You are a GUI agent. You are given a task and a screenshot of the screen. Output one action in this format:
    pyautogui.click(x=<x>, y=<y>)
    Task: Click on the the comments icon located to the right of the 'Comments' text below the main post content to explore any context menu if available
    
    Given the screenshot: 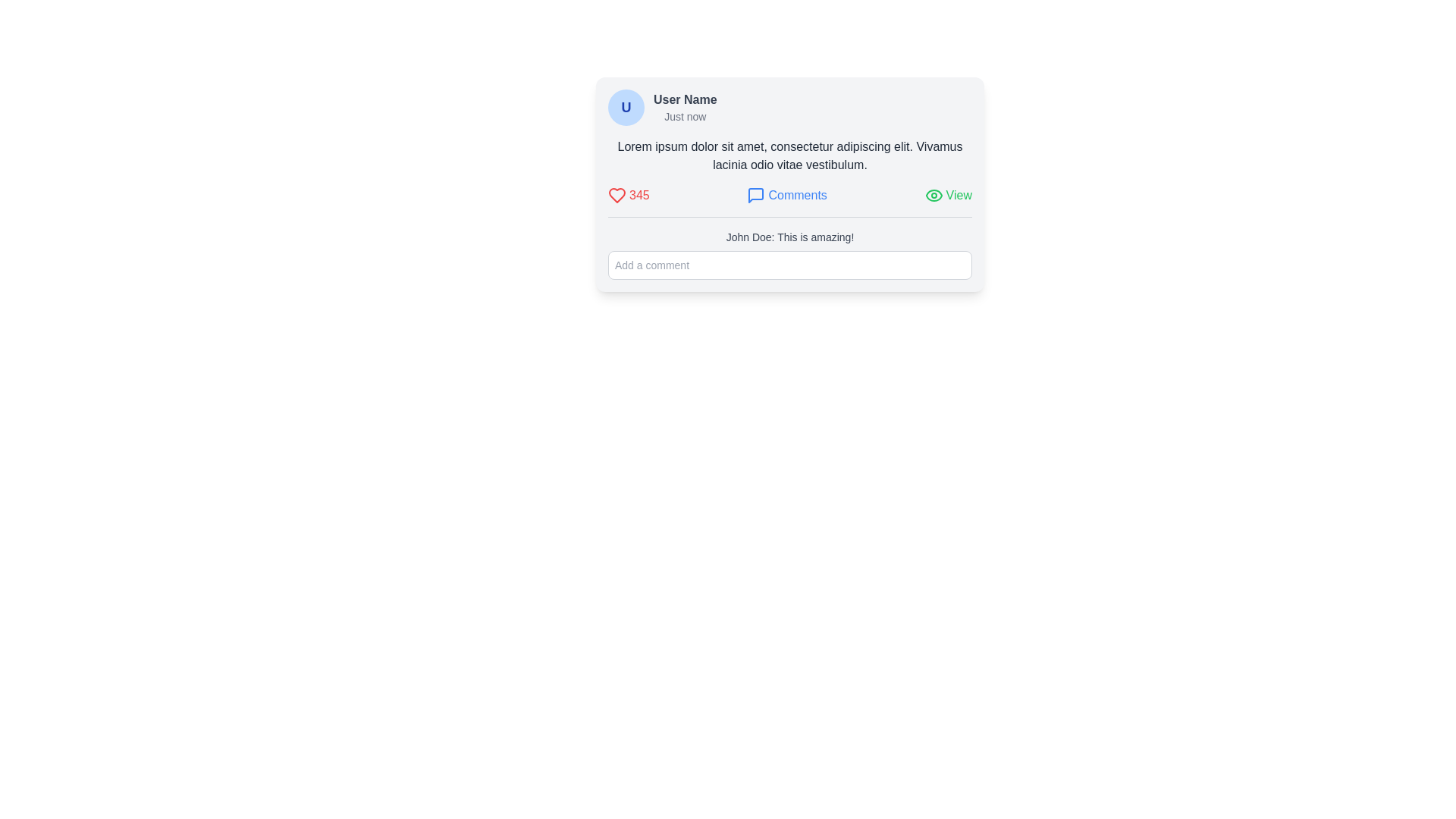 What is the action you would take?
    pyautogui.click(x=756, y=195)
    